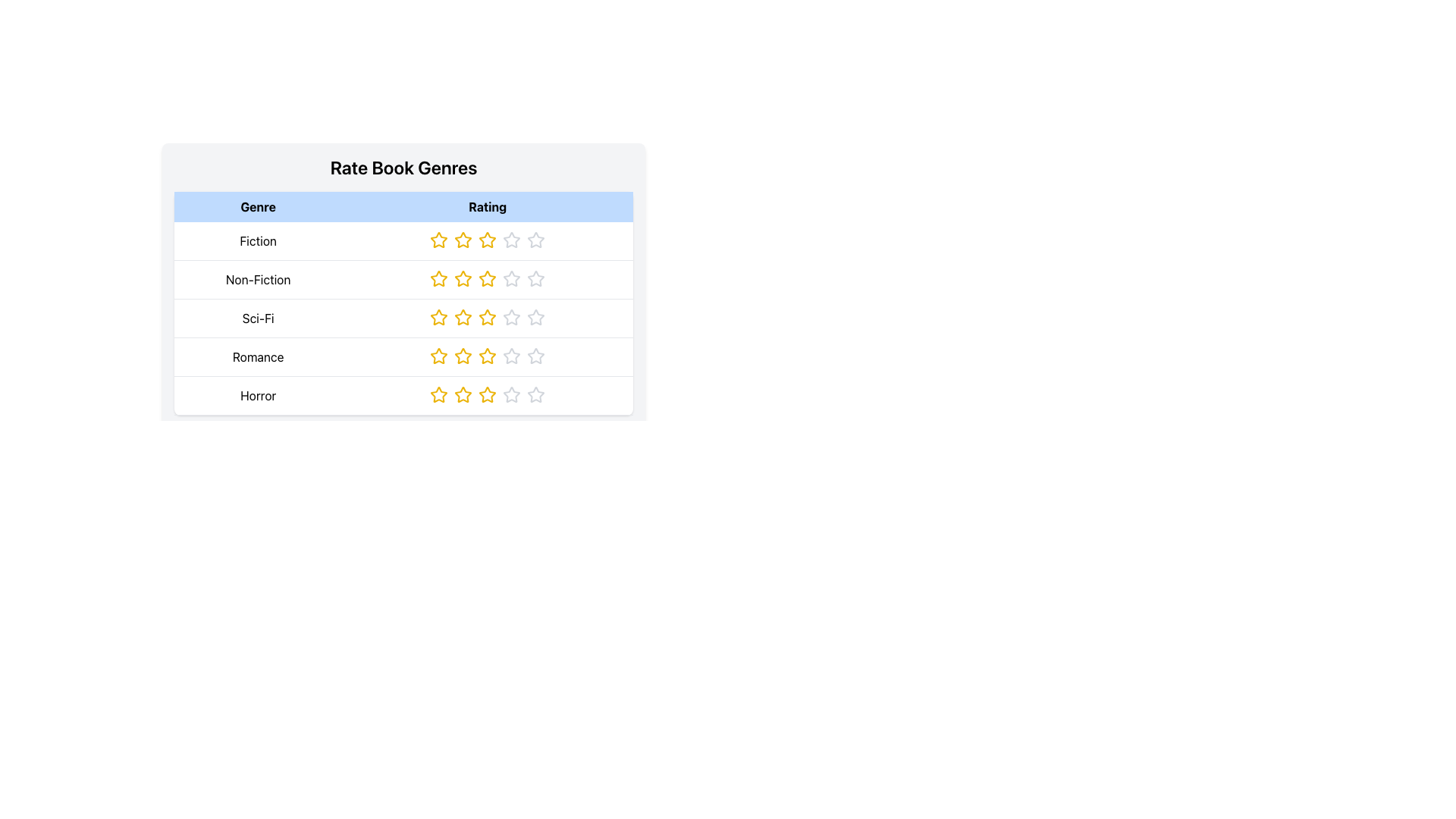 The height and width of the screenshot is (819, 1456). I want to click on the fourth star in the five-star rating scale under the 'Rating' column, so click(512, 394).